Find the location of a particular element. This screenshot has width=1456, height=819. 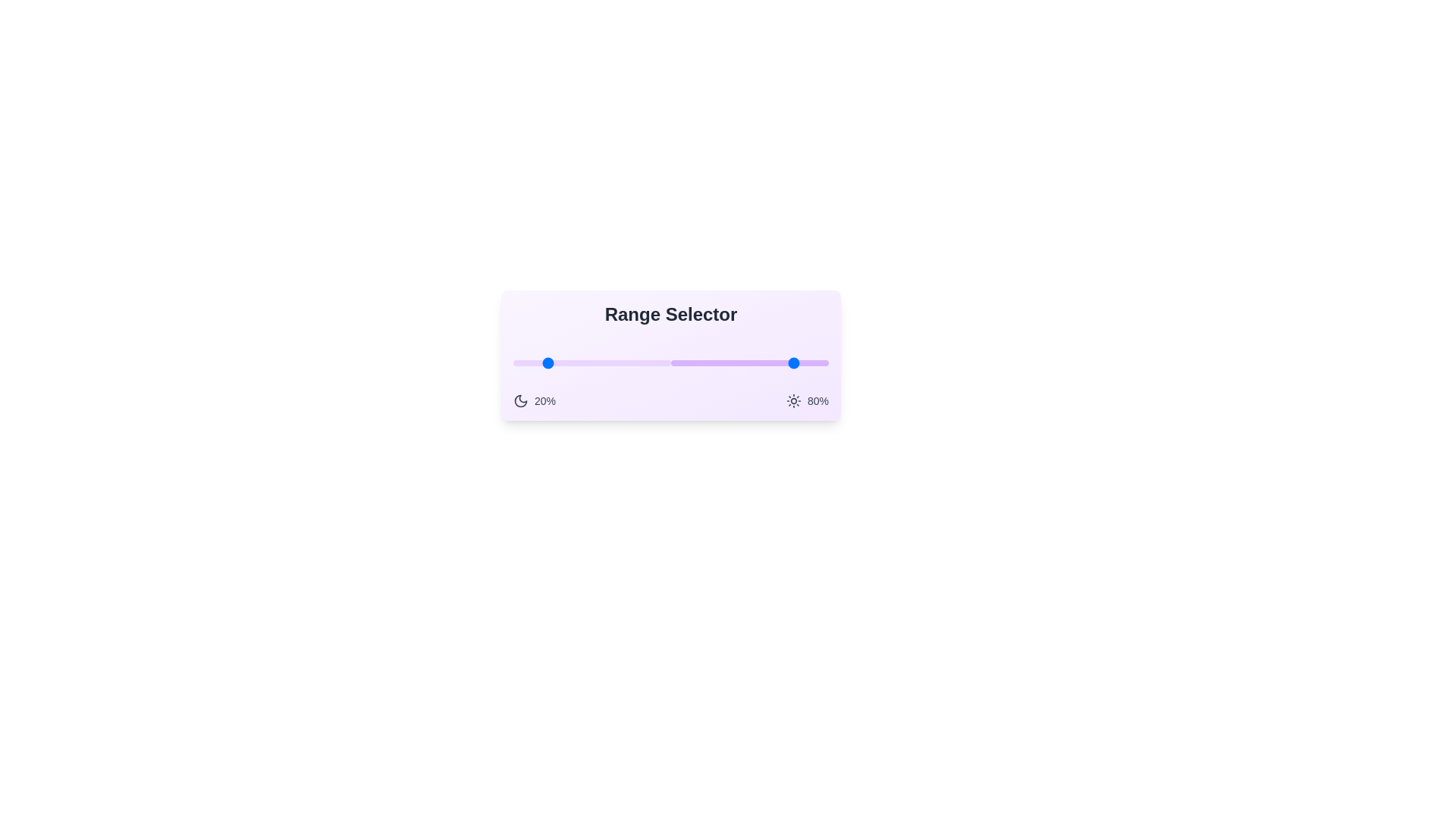

the lower bound of the range to 16% by dragging the left slider is located at coordinates (538, 362).